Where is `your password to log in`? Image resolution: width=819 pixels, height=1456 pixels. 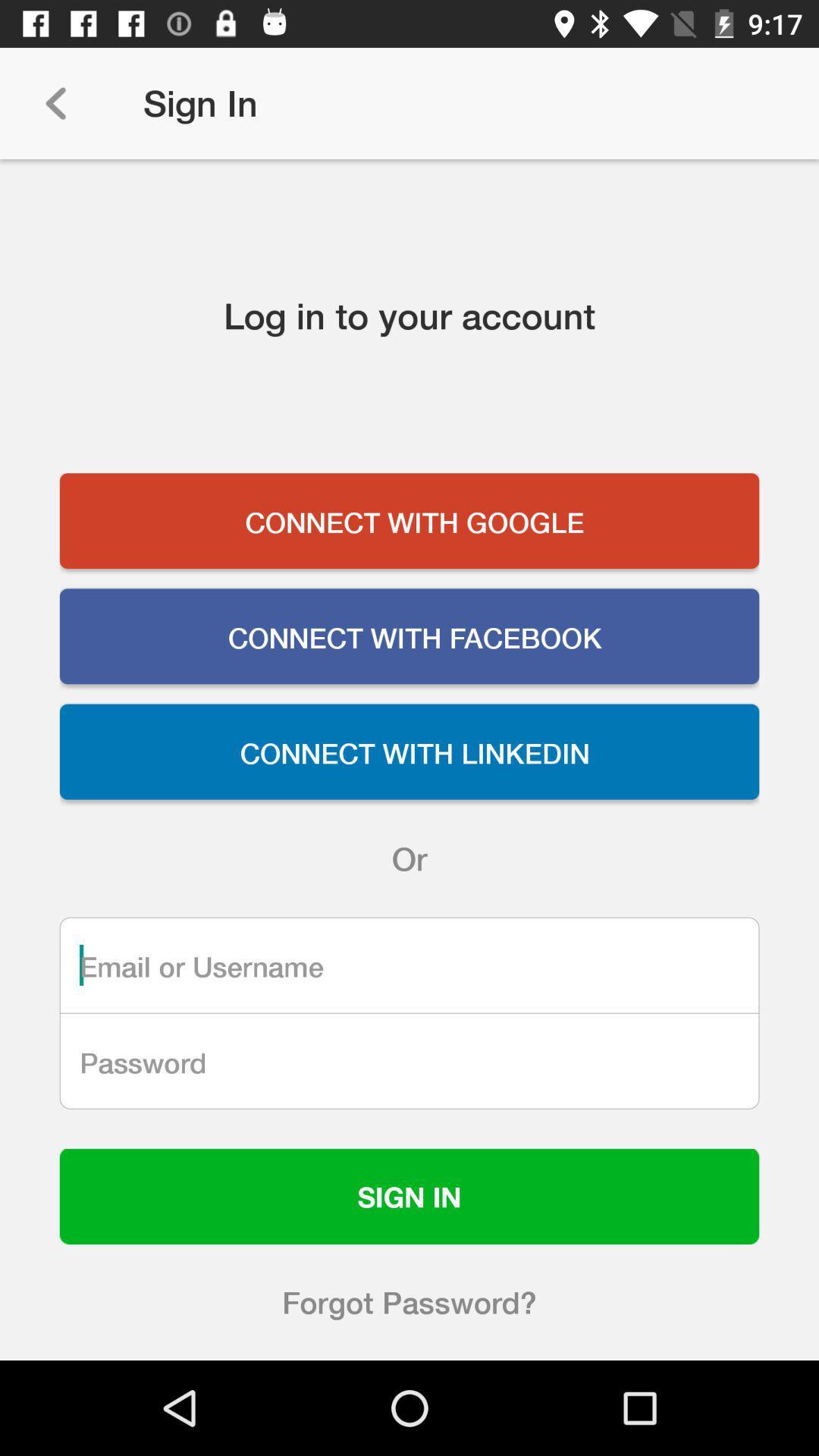
your password to log in is located at coordinates (409, 1060).